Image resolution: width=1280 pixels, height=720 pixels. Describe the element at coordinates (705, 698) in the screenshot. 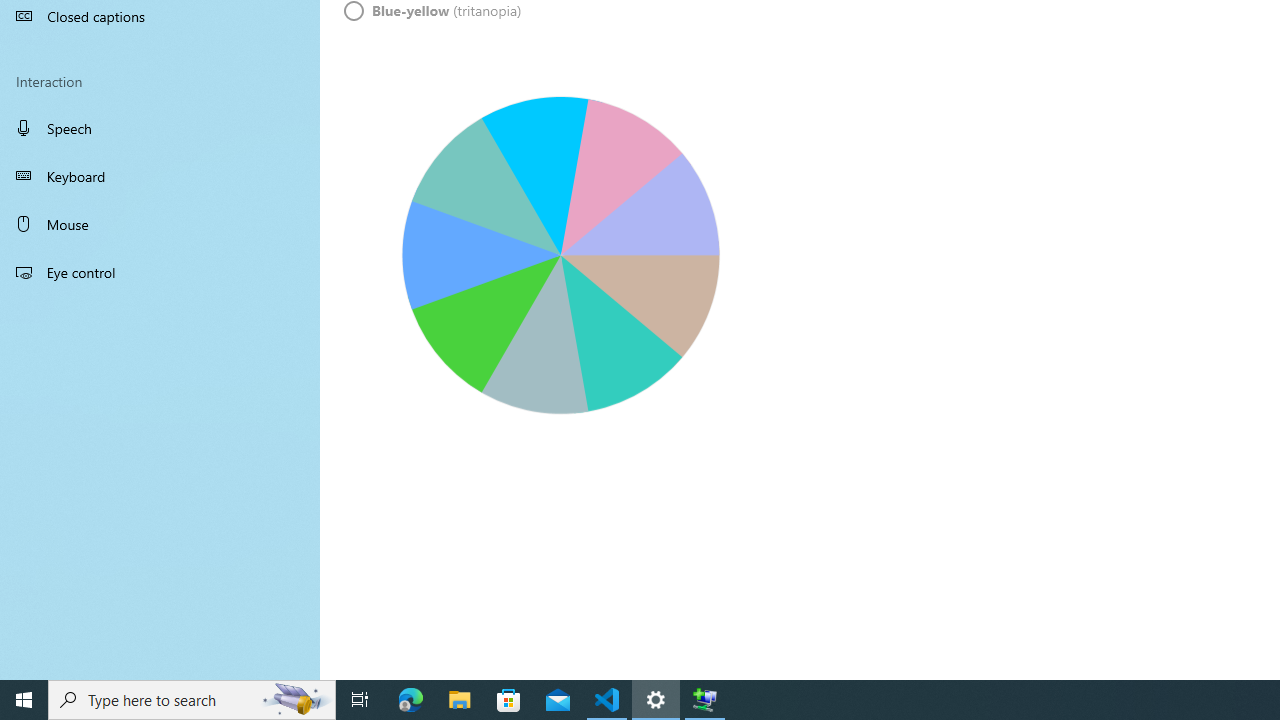

I see `'Extensible Wizards Host Process - 1 running window'` at that location.